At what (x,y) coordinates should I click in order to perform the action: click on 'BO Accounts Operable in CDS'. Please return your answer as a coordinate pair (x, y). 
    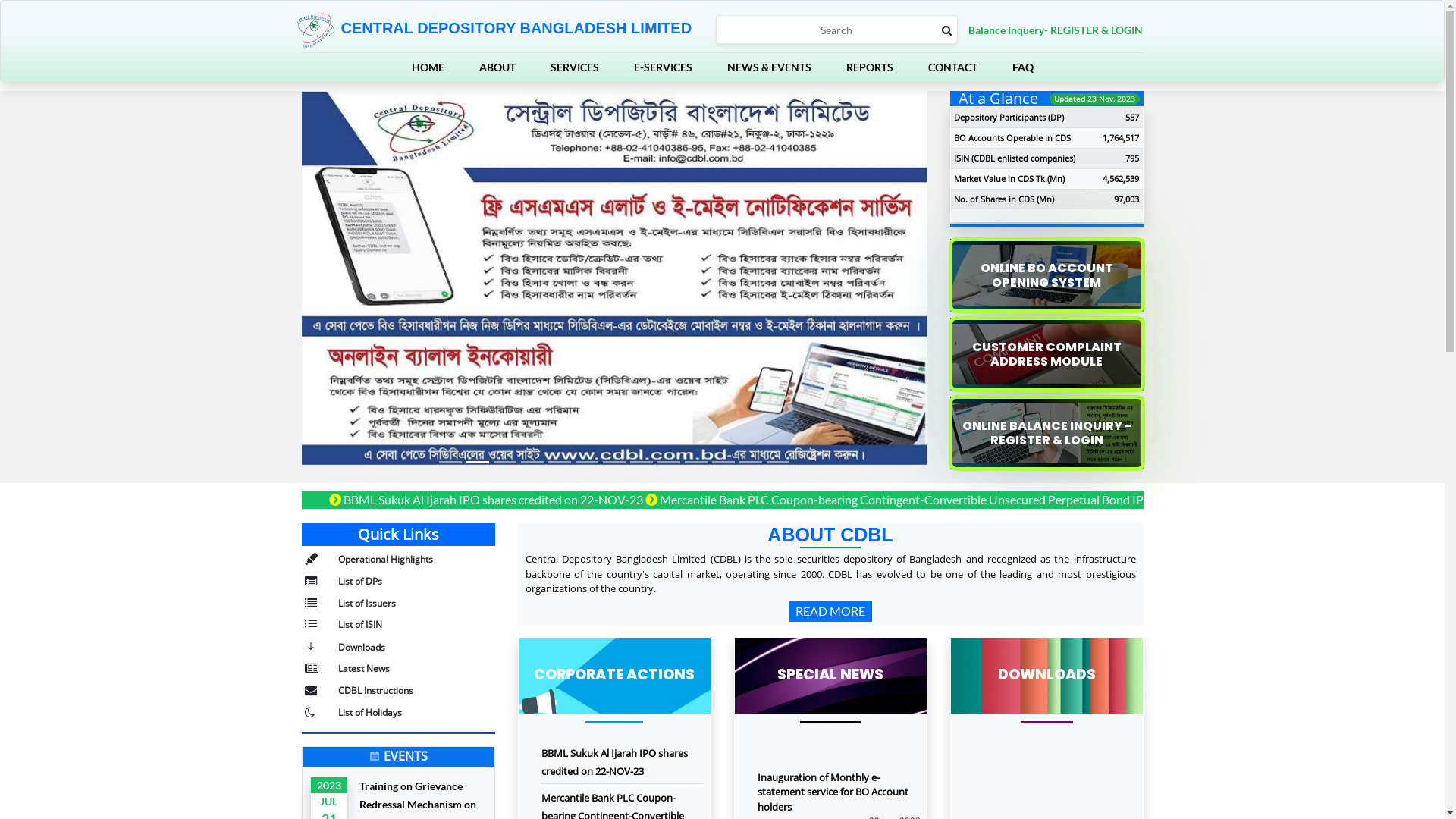
    Looking at the image, I should click on (1012, 137).